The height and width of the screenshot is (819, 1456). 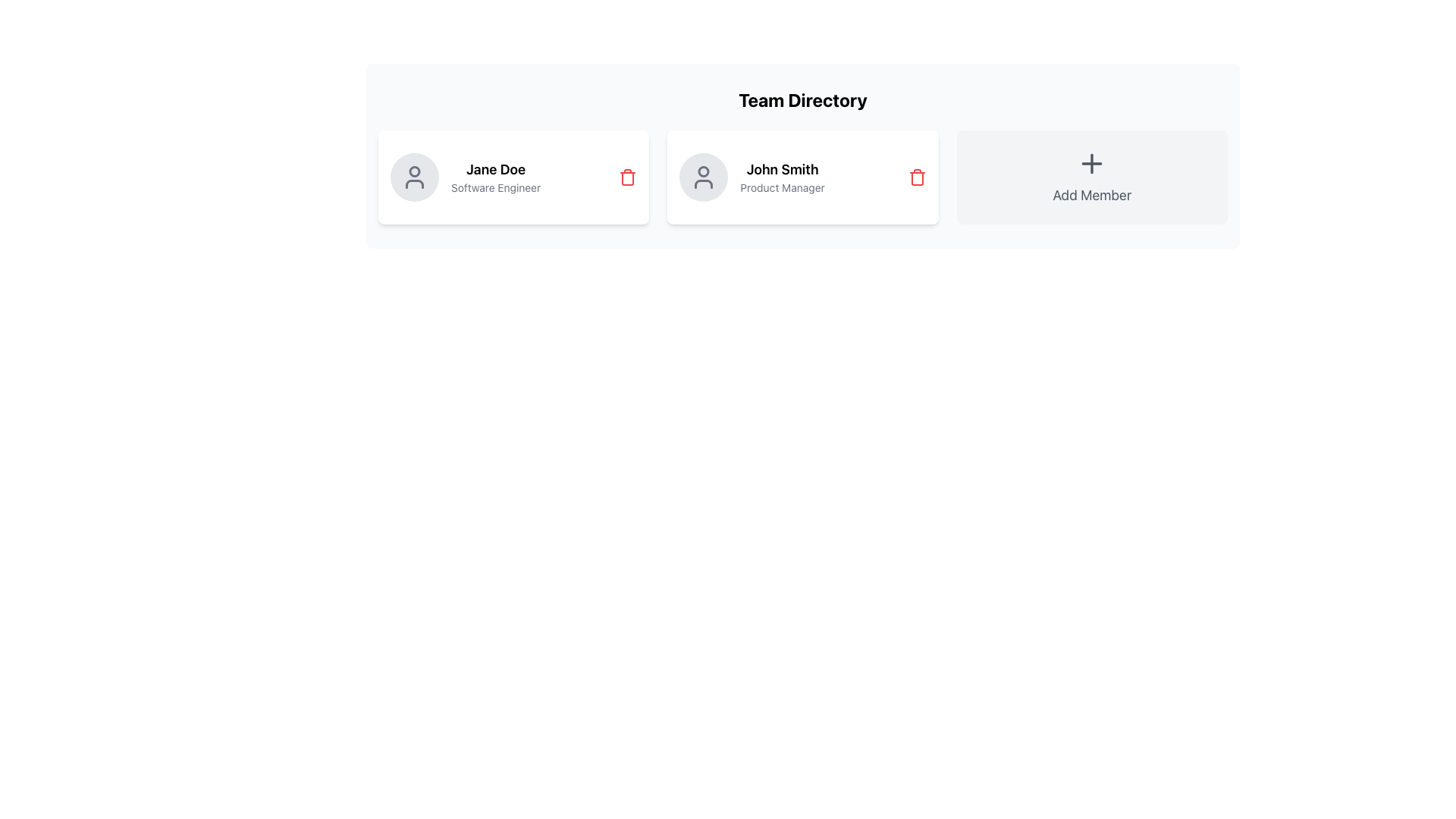 What do you see at coordinates (783, 177) in the screenshot?
I see `the 'John Smith' text label, which is located in the center of the second card from the left under the 'Team Directory' header, featuring a bold font and a smaller gray text beneath it` at bounding box center [783, 177].